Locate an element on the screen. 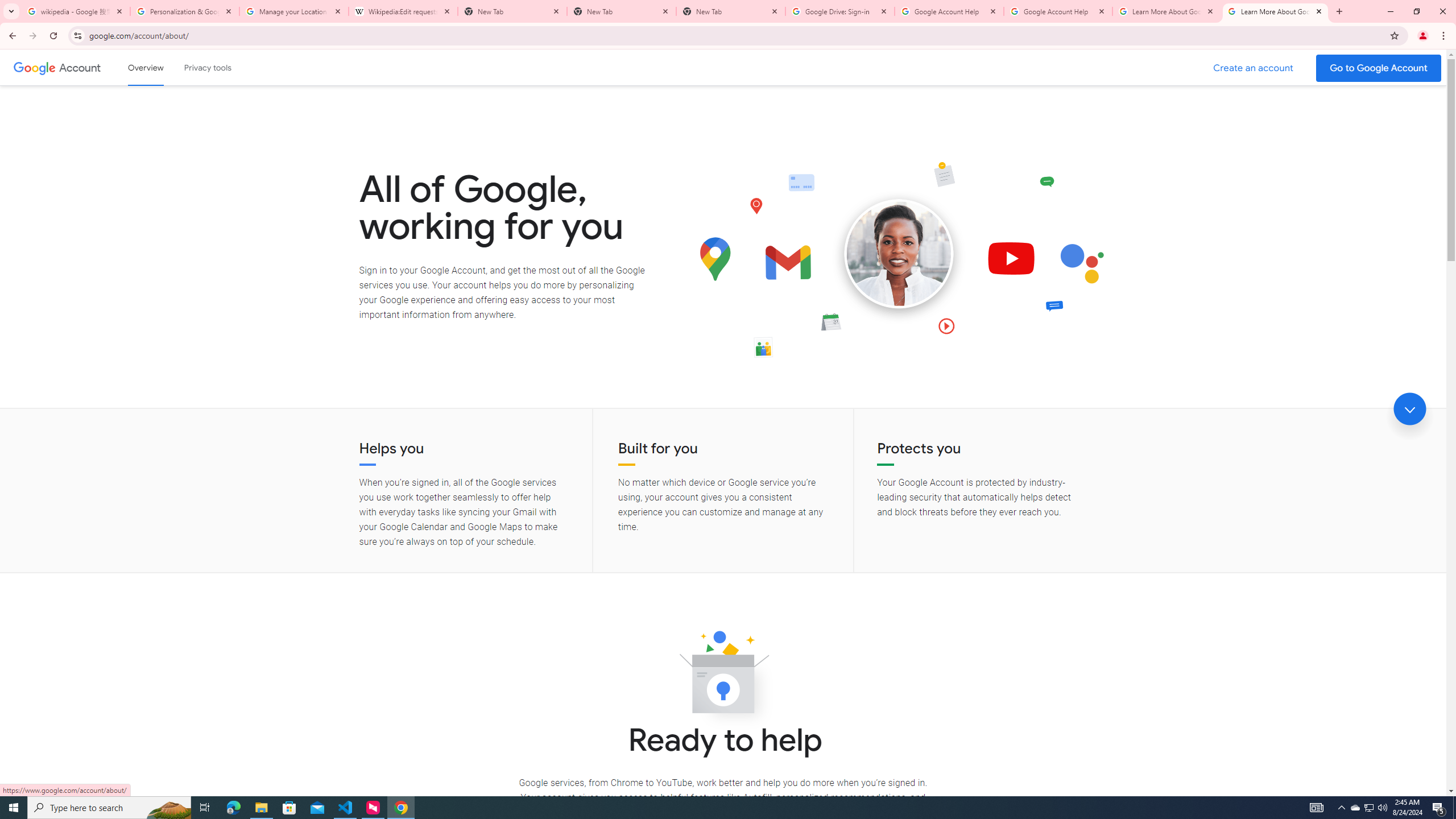 The width and height of the screenshot is (1456, 819). 'Google Account overview' is located at coordinates (146, 67).